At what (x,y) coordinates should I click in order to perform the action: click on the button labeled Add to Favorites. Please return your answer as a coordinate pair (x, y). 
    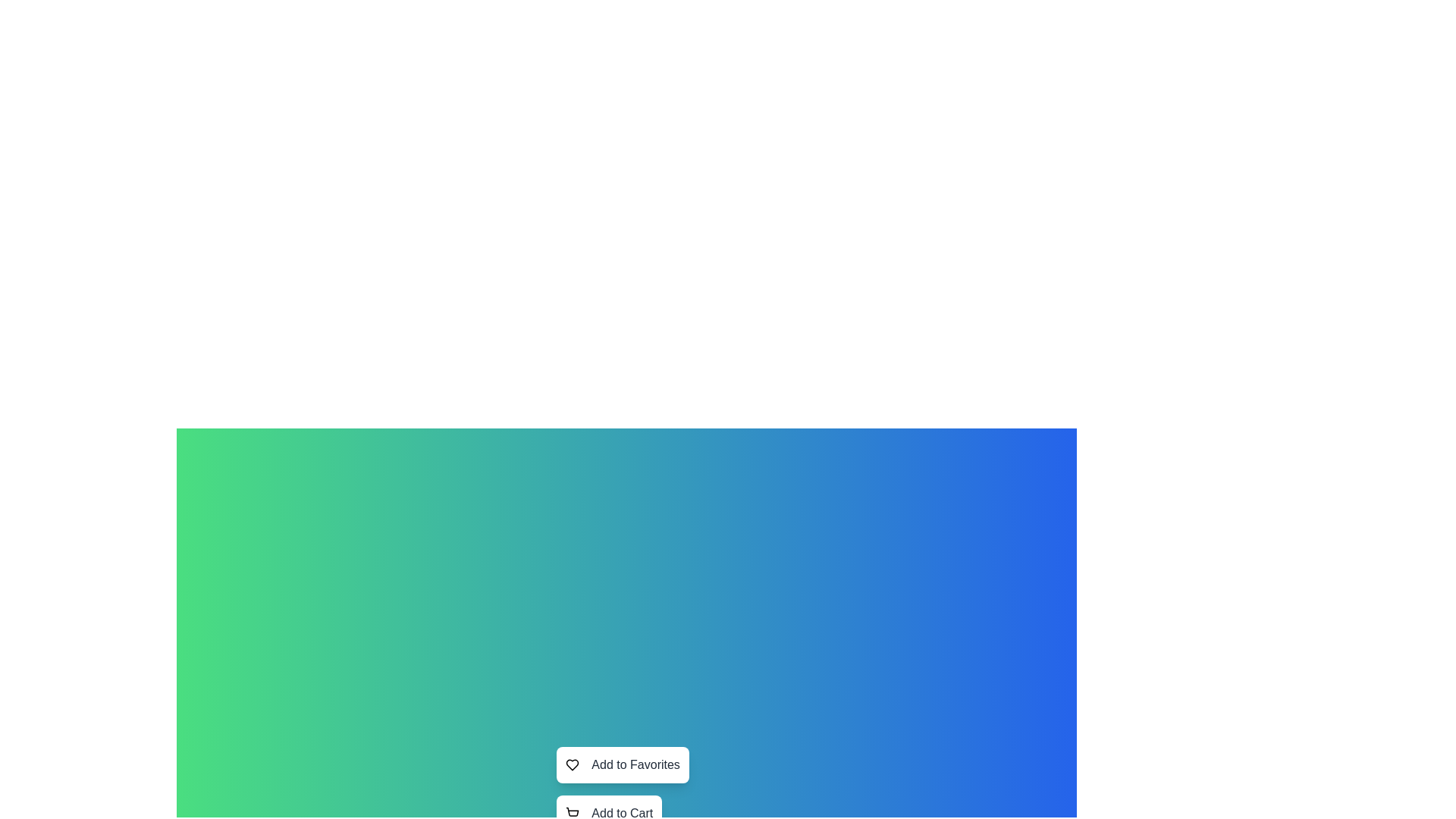
    Looking at the image, I should click on (623, 765).